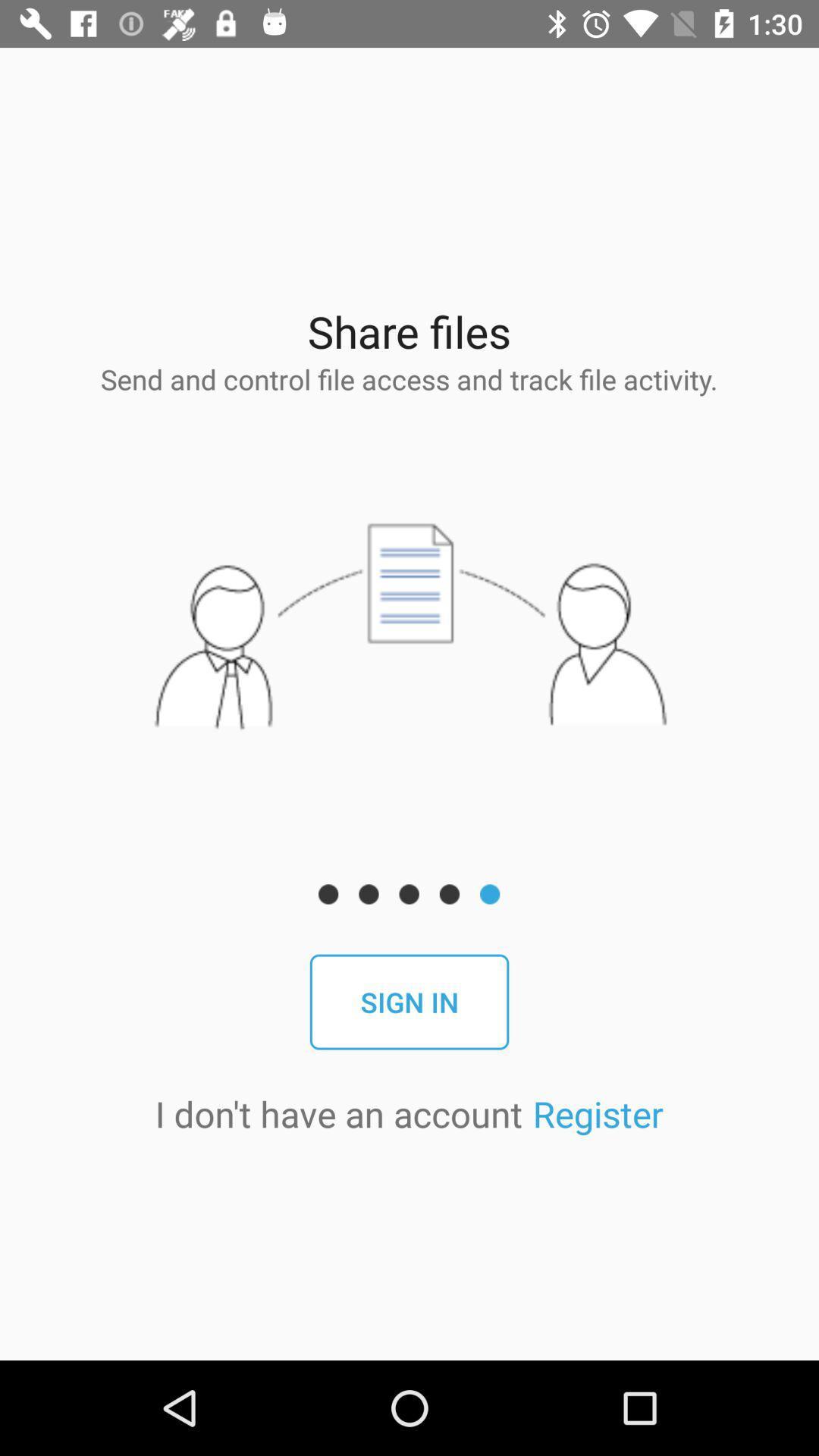 The height and width of the screenshot is (1456, 819). What do you see at coordinates (597, 1113) in the screenshot?
I see `the app next to i don t app` at bounding box center [597, 1113].